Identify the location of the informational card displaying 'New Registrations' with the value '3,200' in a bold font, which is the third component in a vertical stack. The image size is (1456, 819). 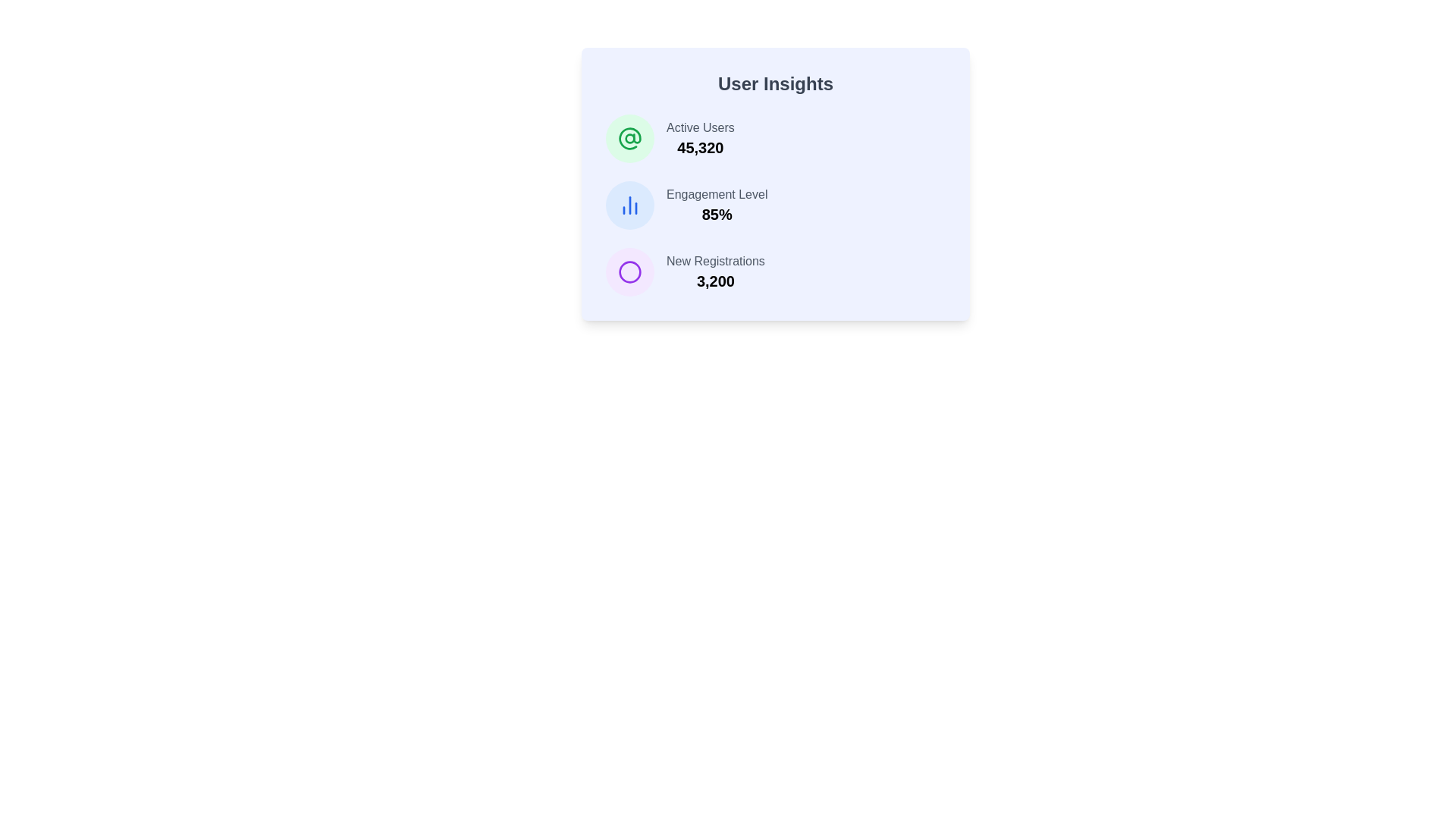
(775, 271).